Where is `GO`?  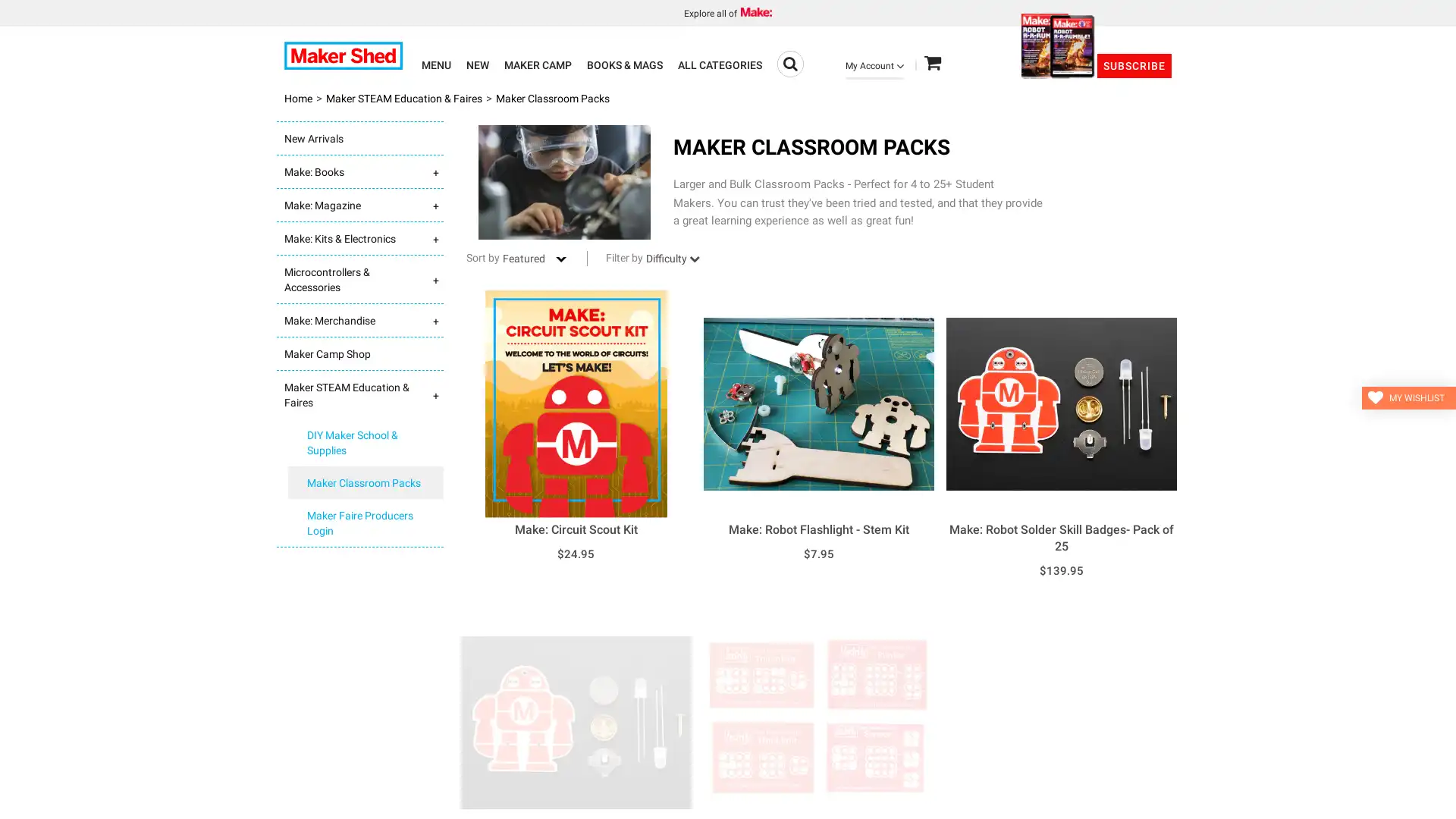
GO is located at coordinates (789, 63).